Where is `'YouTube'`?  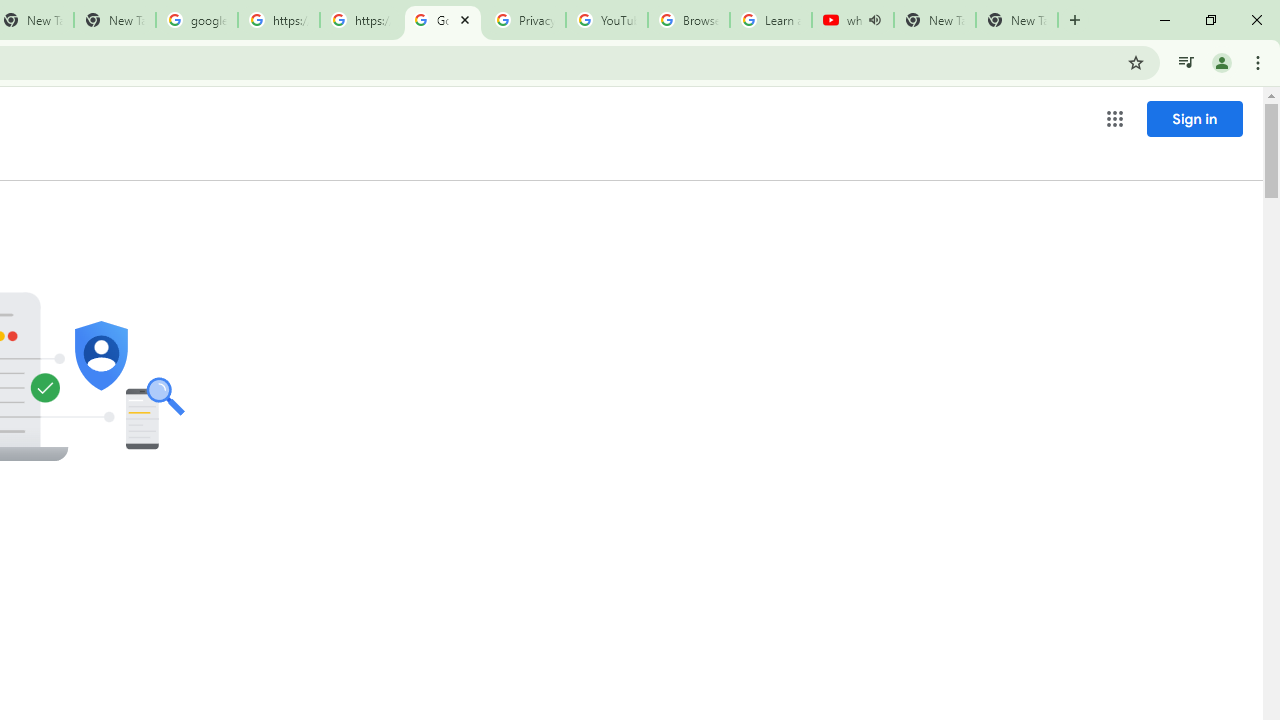 'YouTube' is located at coordinates (605, 20).